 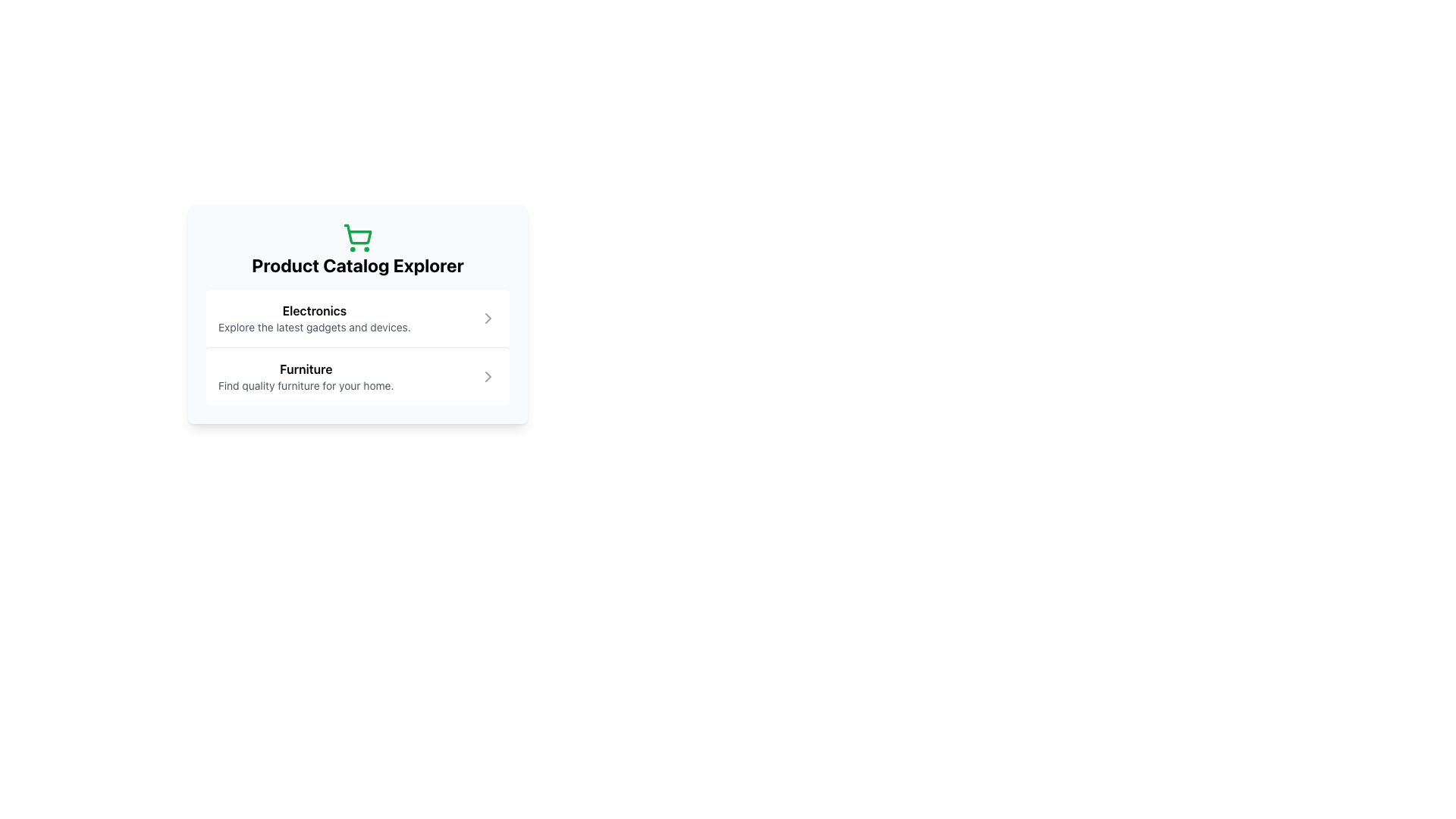 I want to click on the selectable list item component labeled 'Furniture' in the Product Catalog Explorer, so click(x=356, y=375).